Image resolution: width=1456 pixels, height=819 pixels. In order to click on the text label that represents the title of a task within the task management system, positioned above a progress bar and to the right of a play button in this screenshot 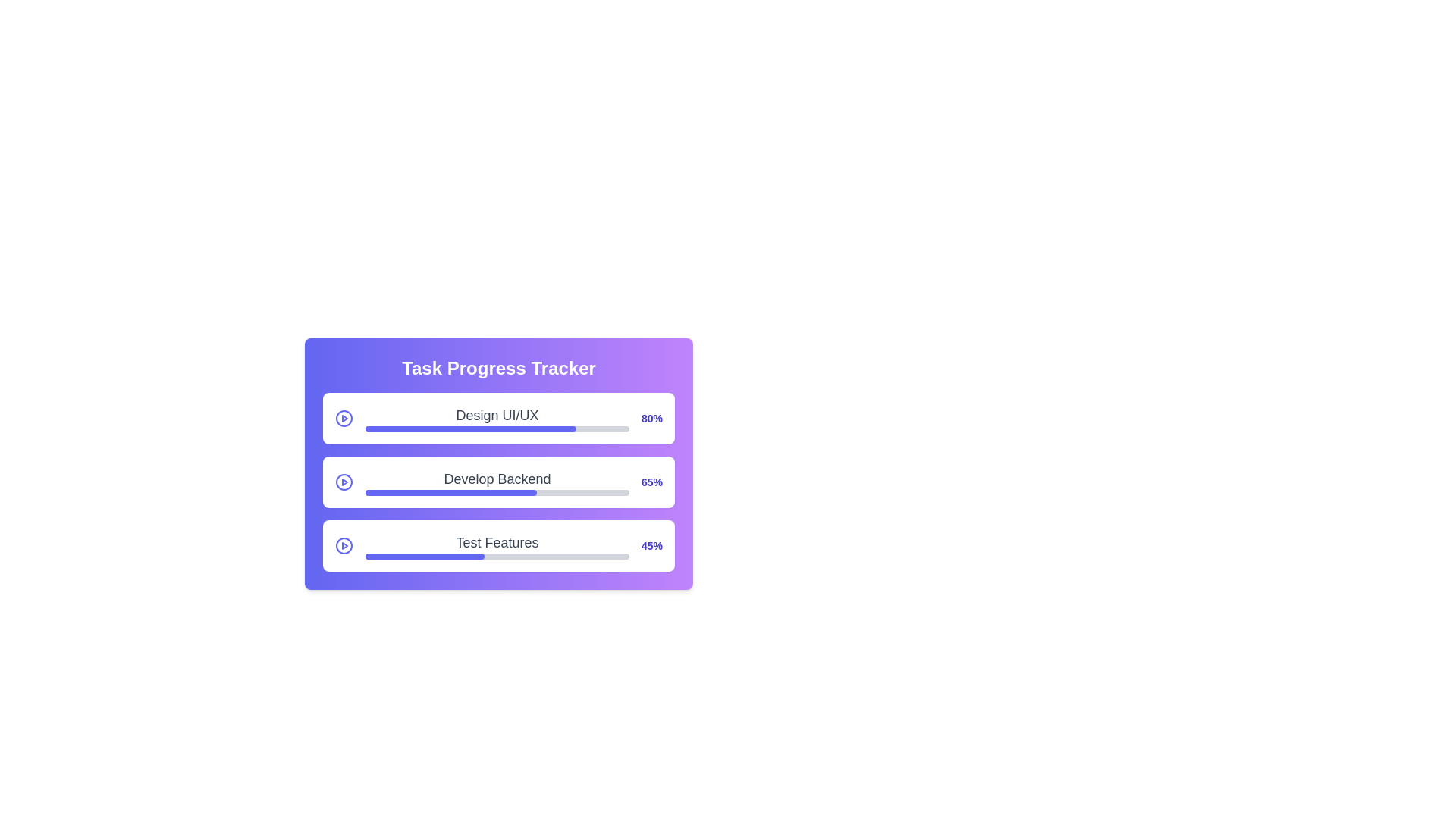, I will do `click(497, 415)`.